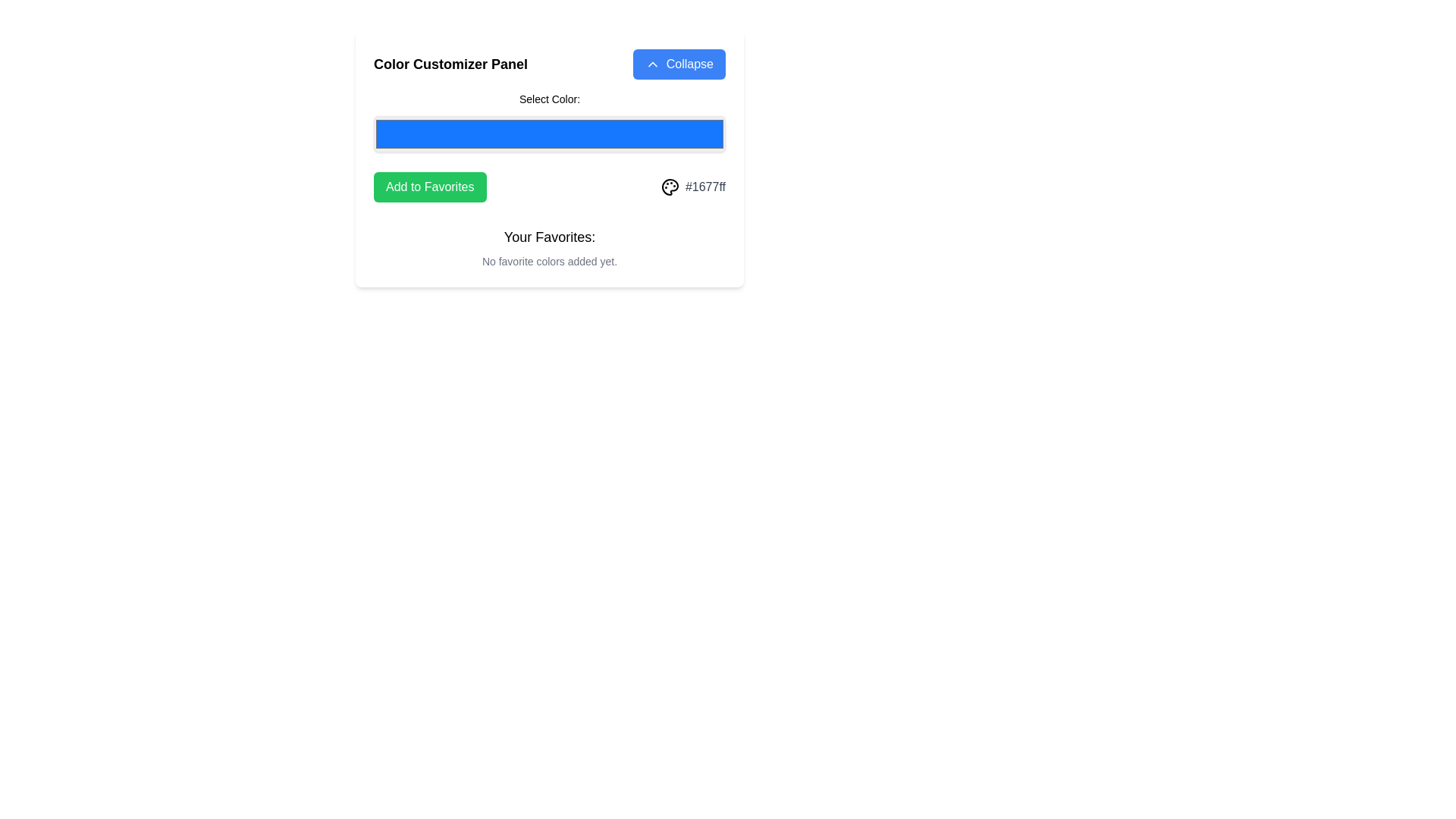  What do you see at coordinates (548, 260) in the screenshot?
I see `the text element that reads 'No favorite colors added yet.' which is styled in gray and positioned beneath 'Your Favorites'` at bounding box center [548, 260].